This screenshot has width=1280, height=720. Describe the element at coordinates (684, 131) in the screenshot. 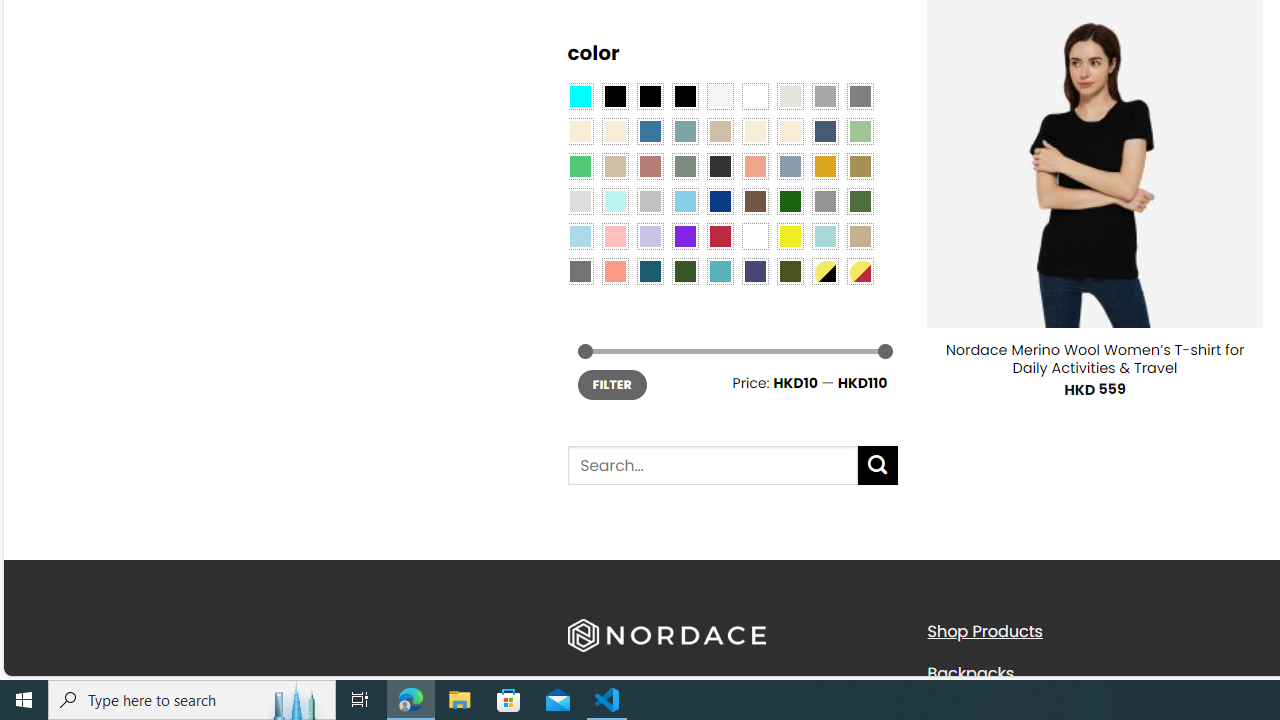

I see `'Blue Sage'` at that location.